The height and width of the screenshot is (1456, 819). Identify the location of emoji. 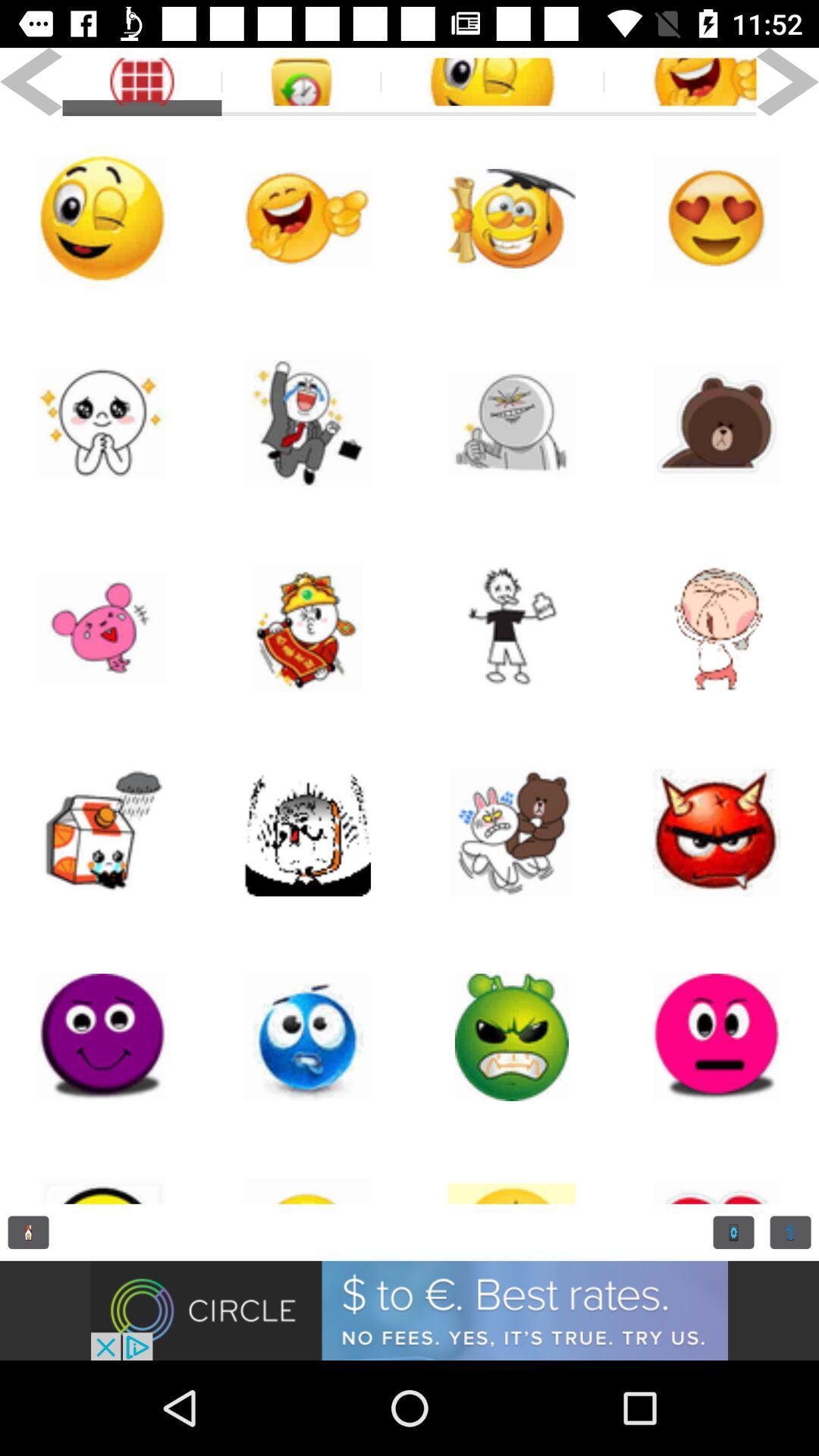
(512, 218).